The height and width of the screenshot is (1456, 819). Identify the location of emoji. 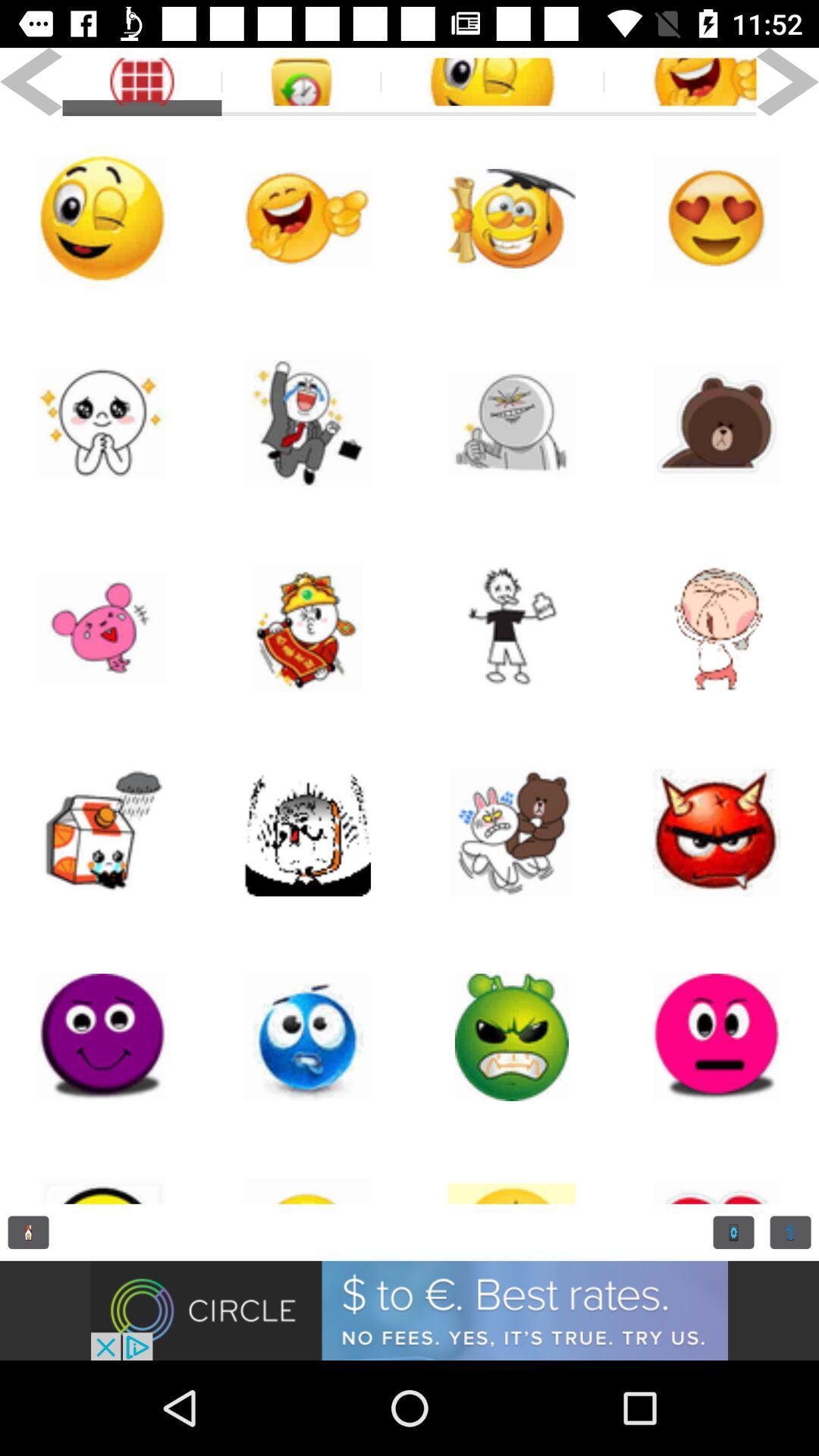
(512, 218).